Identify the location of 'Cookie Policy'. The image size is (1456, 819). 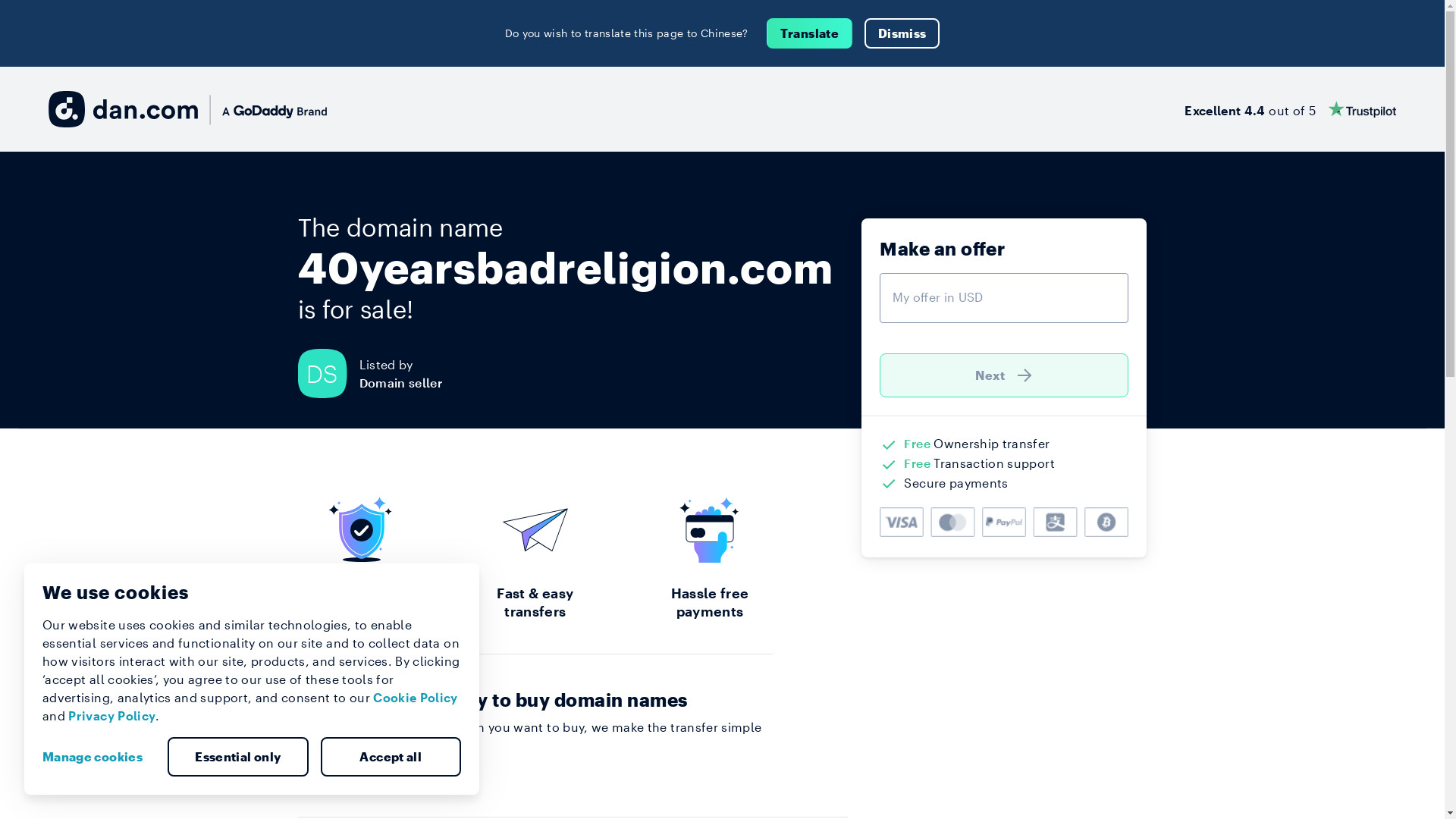
(415, 697).